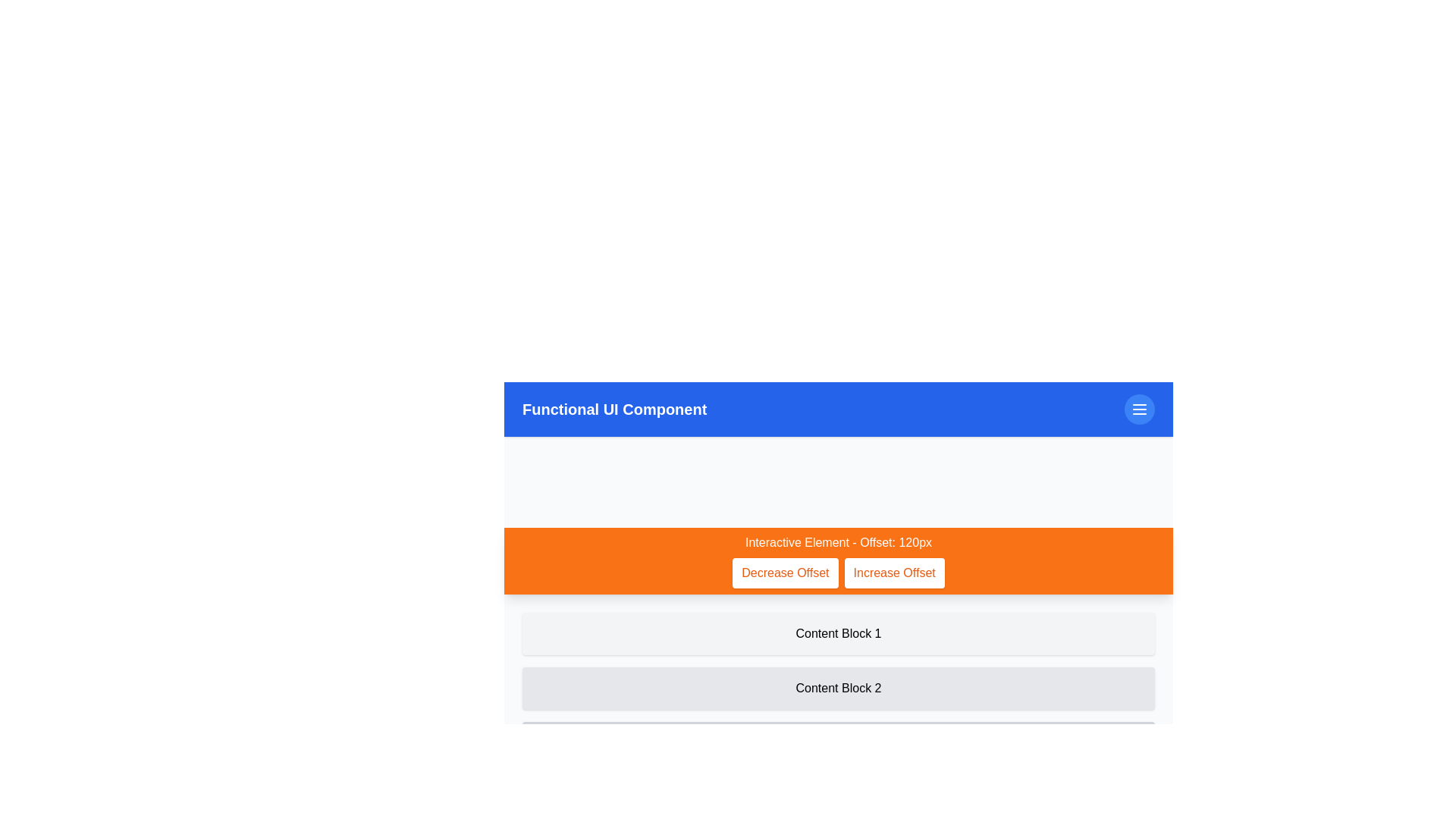  What do you see at coordinates (1139, 409) in the screenshot?
I see `the Menu Toggle Icon located at the top right corner of the blue header bar` at bounding box center [1139, 409].